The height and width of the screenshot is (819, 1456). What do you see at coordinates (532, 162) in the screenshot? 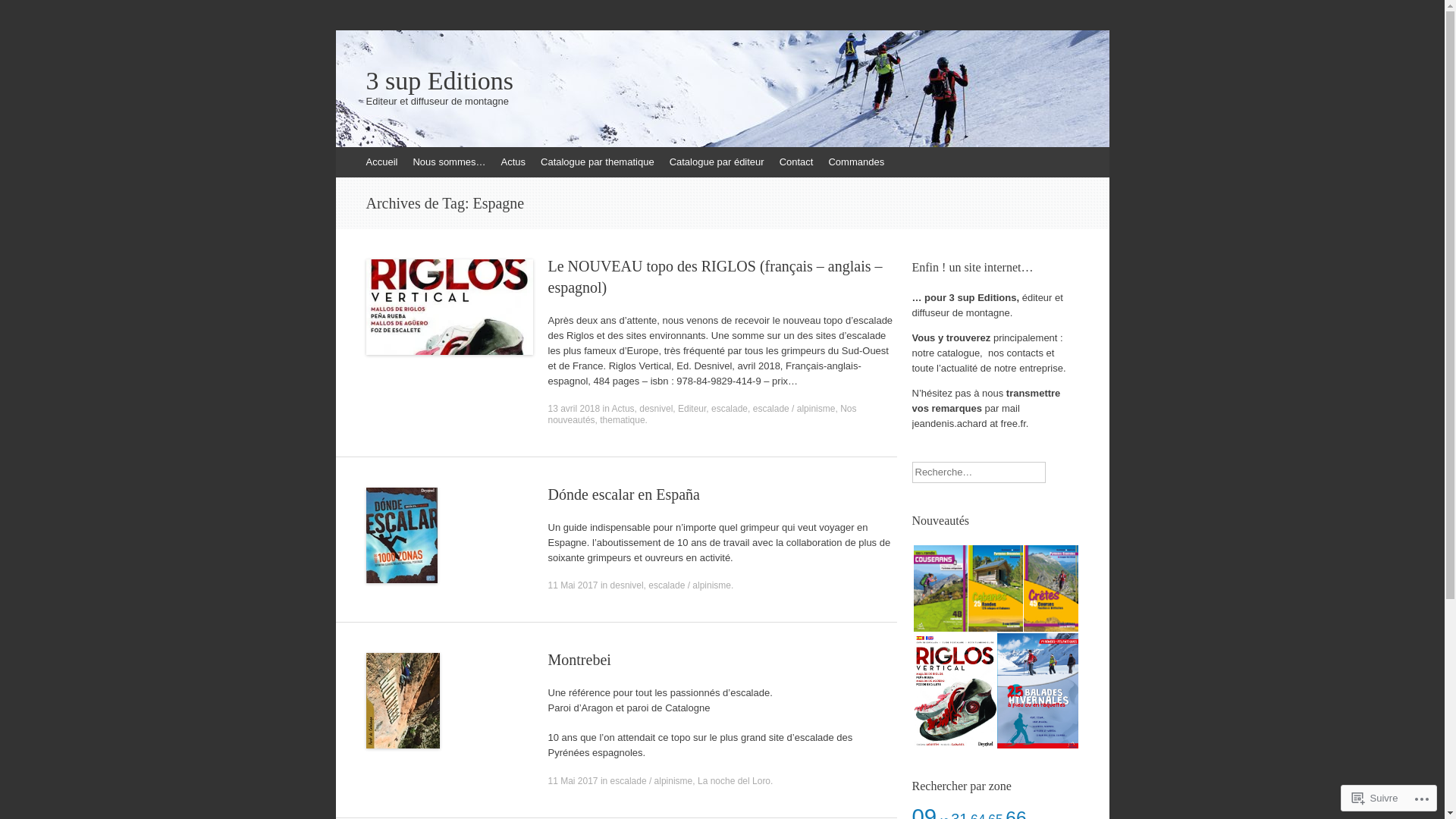
I see `'Catalogue par thematique'` at bounding box center [532, 162].